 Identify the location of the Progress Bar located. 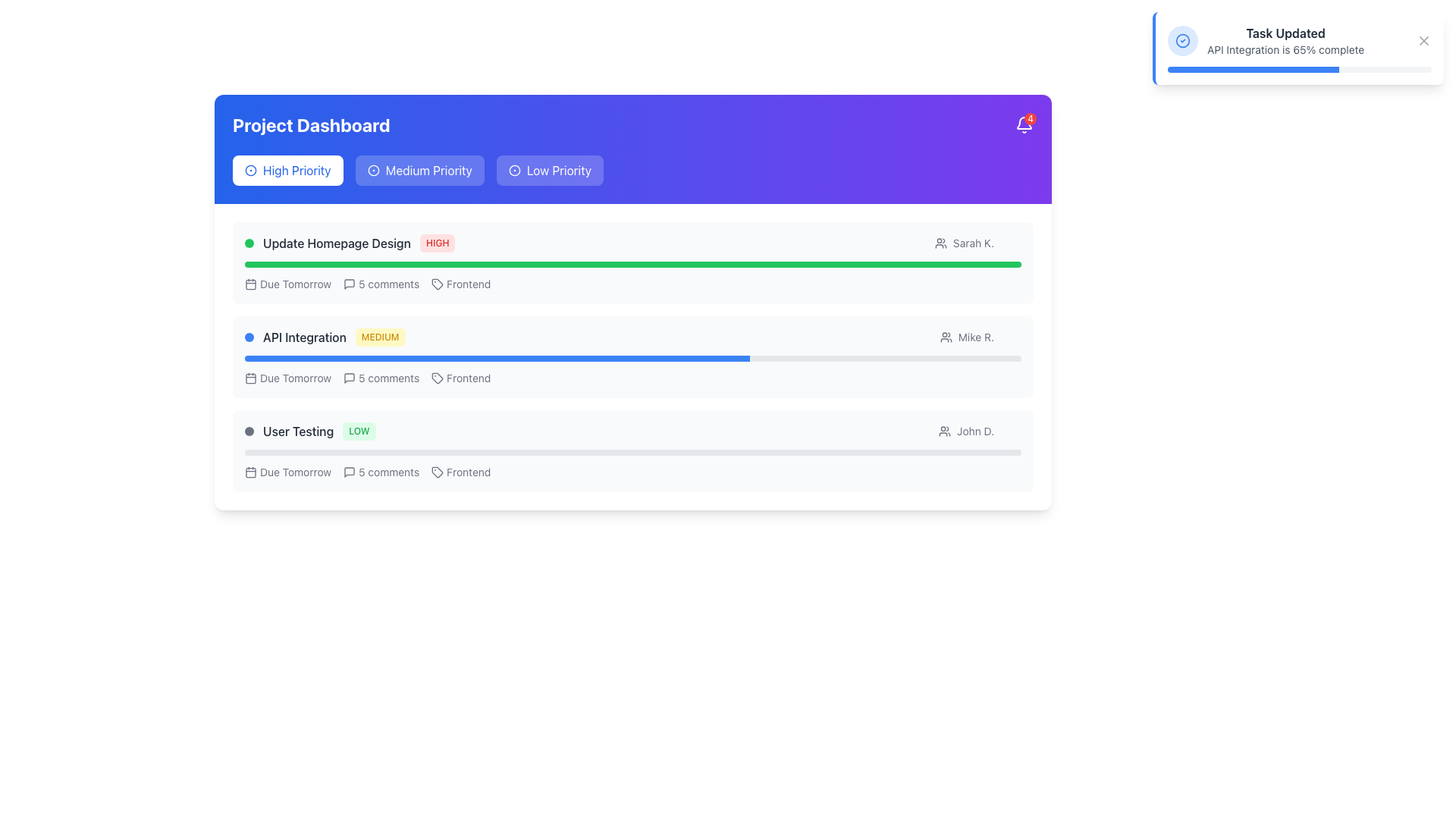
(633, 359).